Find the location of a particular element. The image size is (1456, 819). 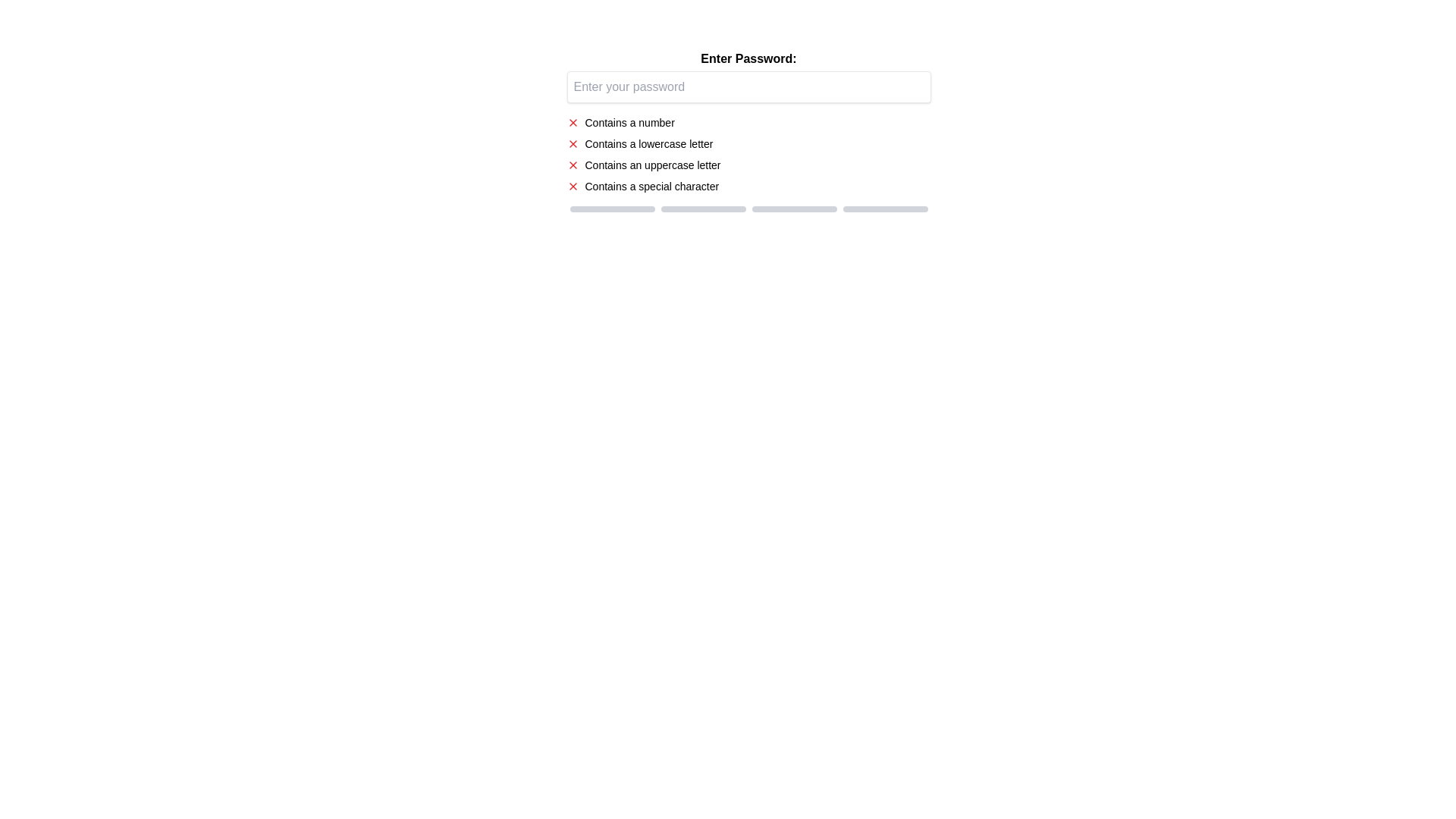

the validation message text that indicates the password must include at least one special character, positioned beneath the 'Contains an uppercase letter' message is located at coordinates (651, 186).